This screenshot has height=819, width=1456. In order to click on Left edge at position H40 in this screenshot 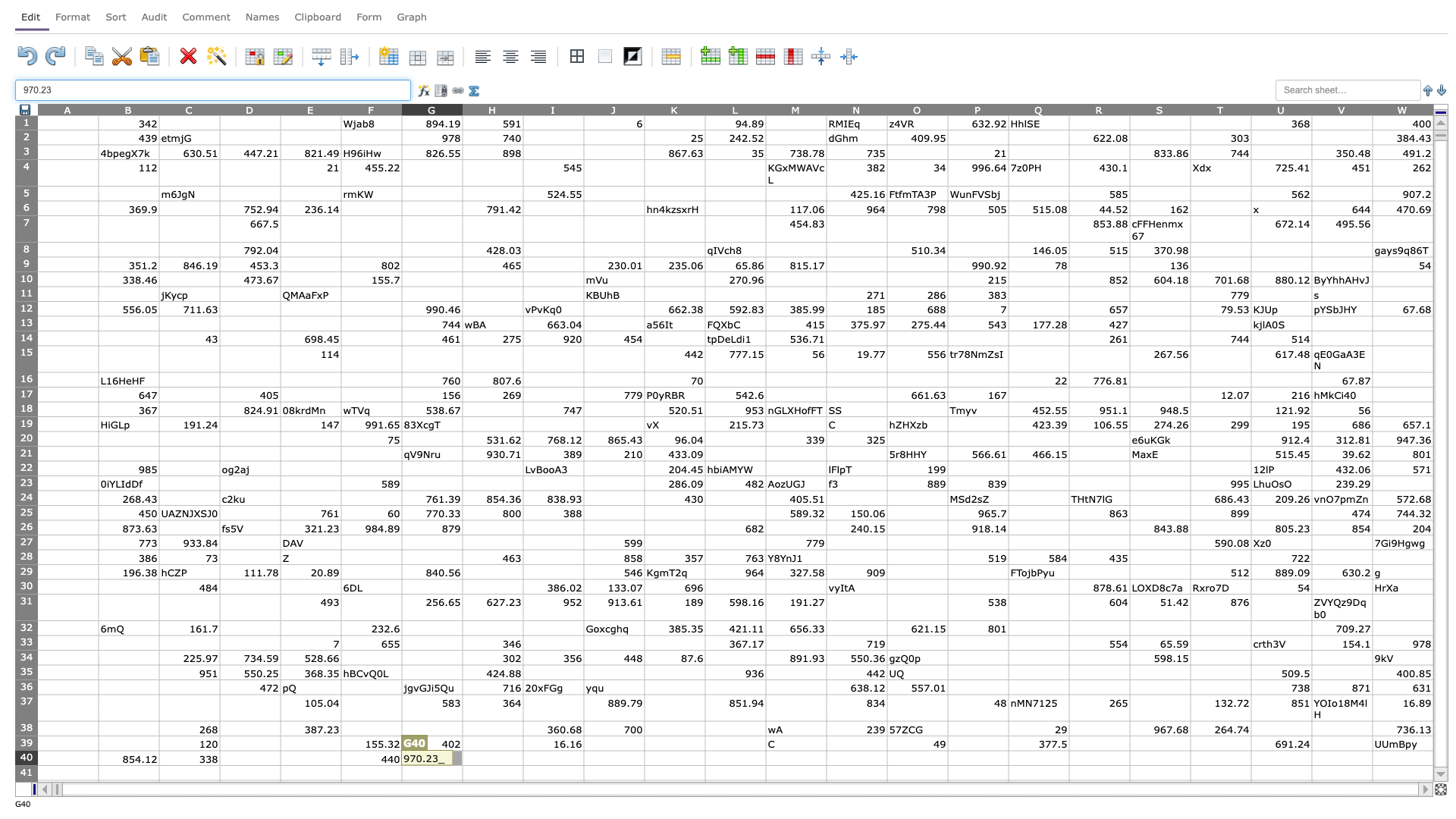, I will do `click(461, 758)`.